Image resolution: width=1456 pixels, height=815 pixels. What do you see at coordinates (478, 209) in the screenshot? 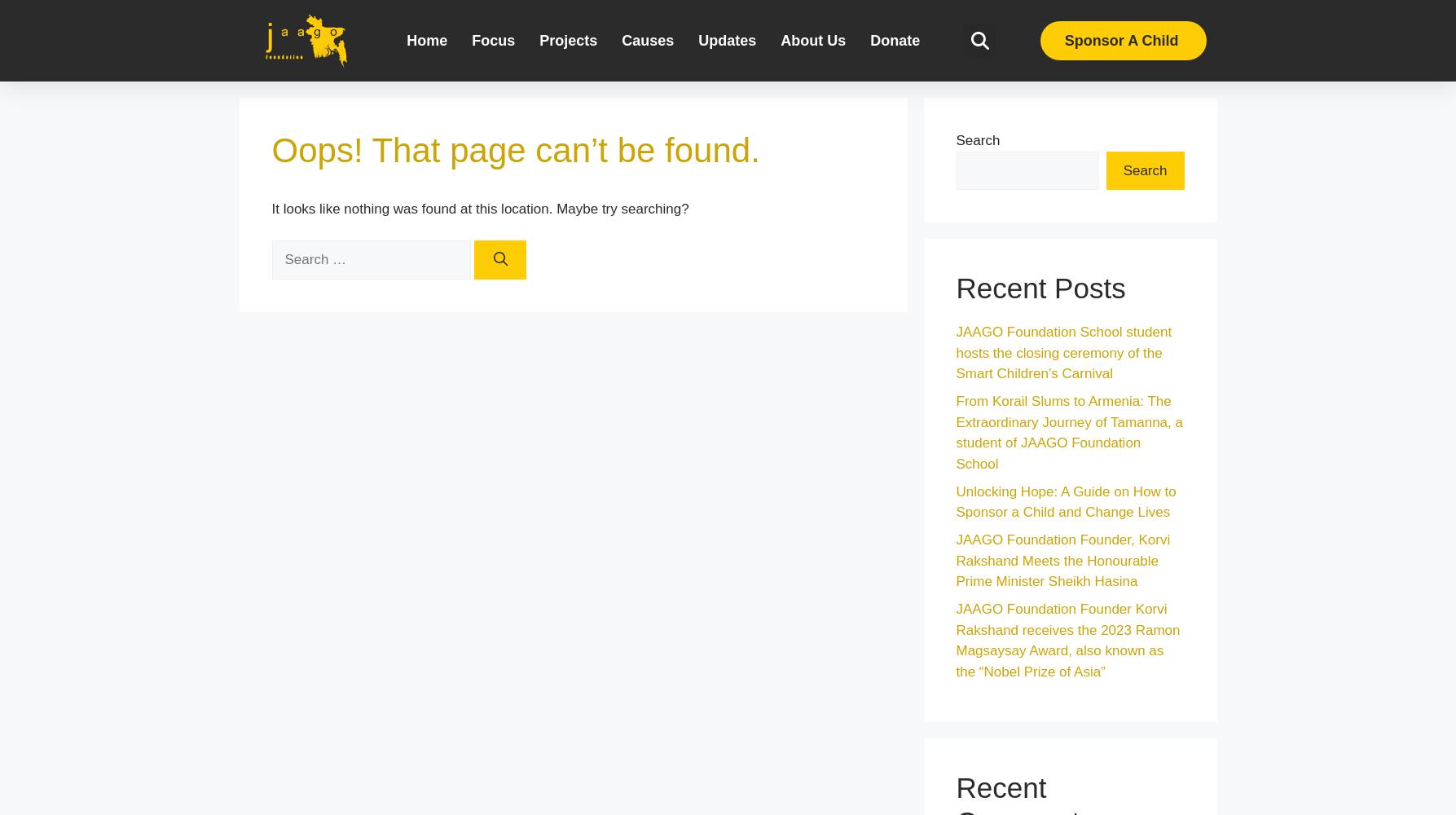
I see `'It looks like nothing was found at this location. Maybe try searching?'` at bounding box center [478, 209].